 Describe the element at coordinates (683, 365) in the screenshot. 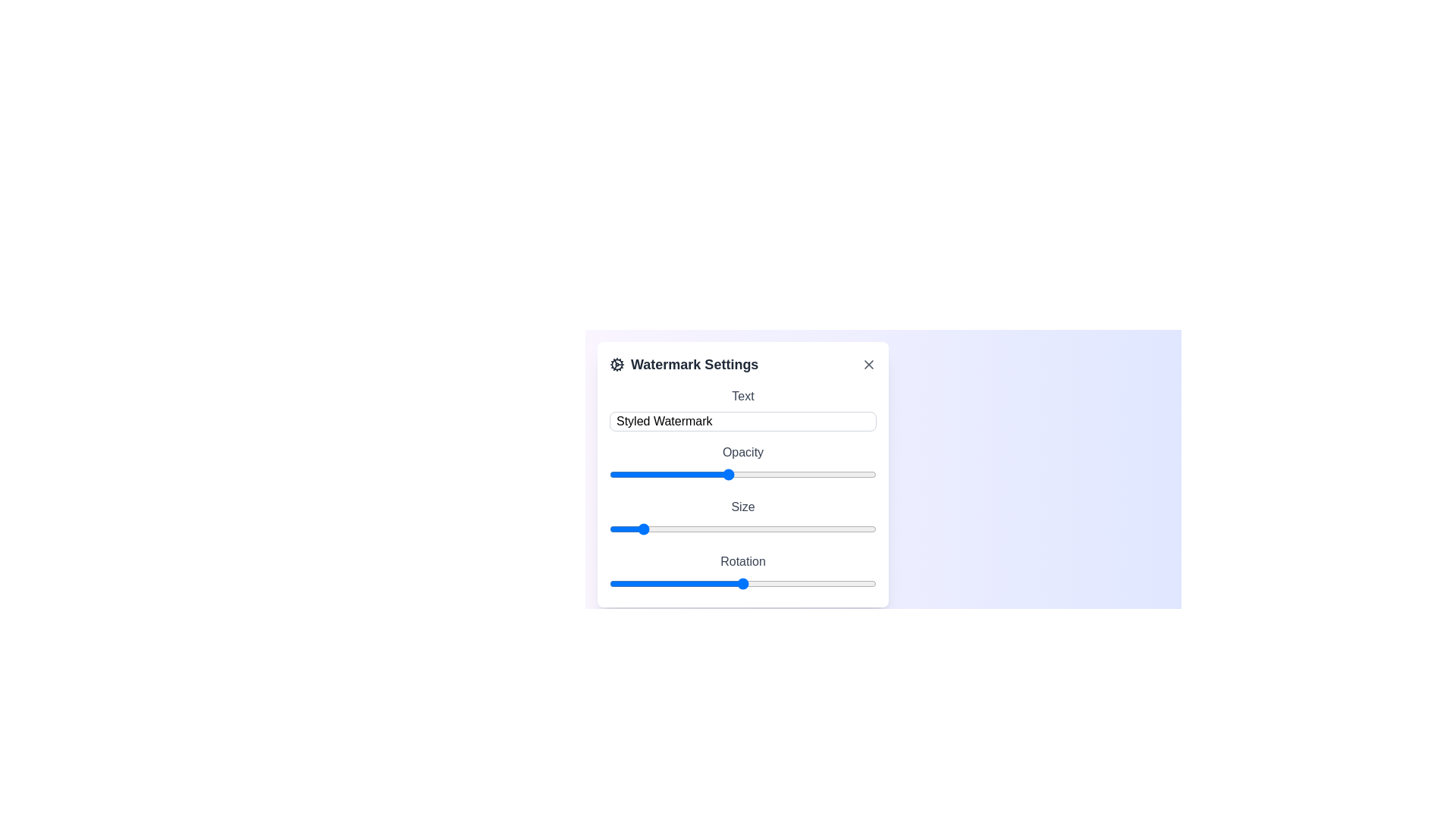

I see `the 'Watermark Settings' header which includes a cogwheel icon and bold text in gray font, located at the top of the settings panel` at that location.